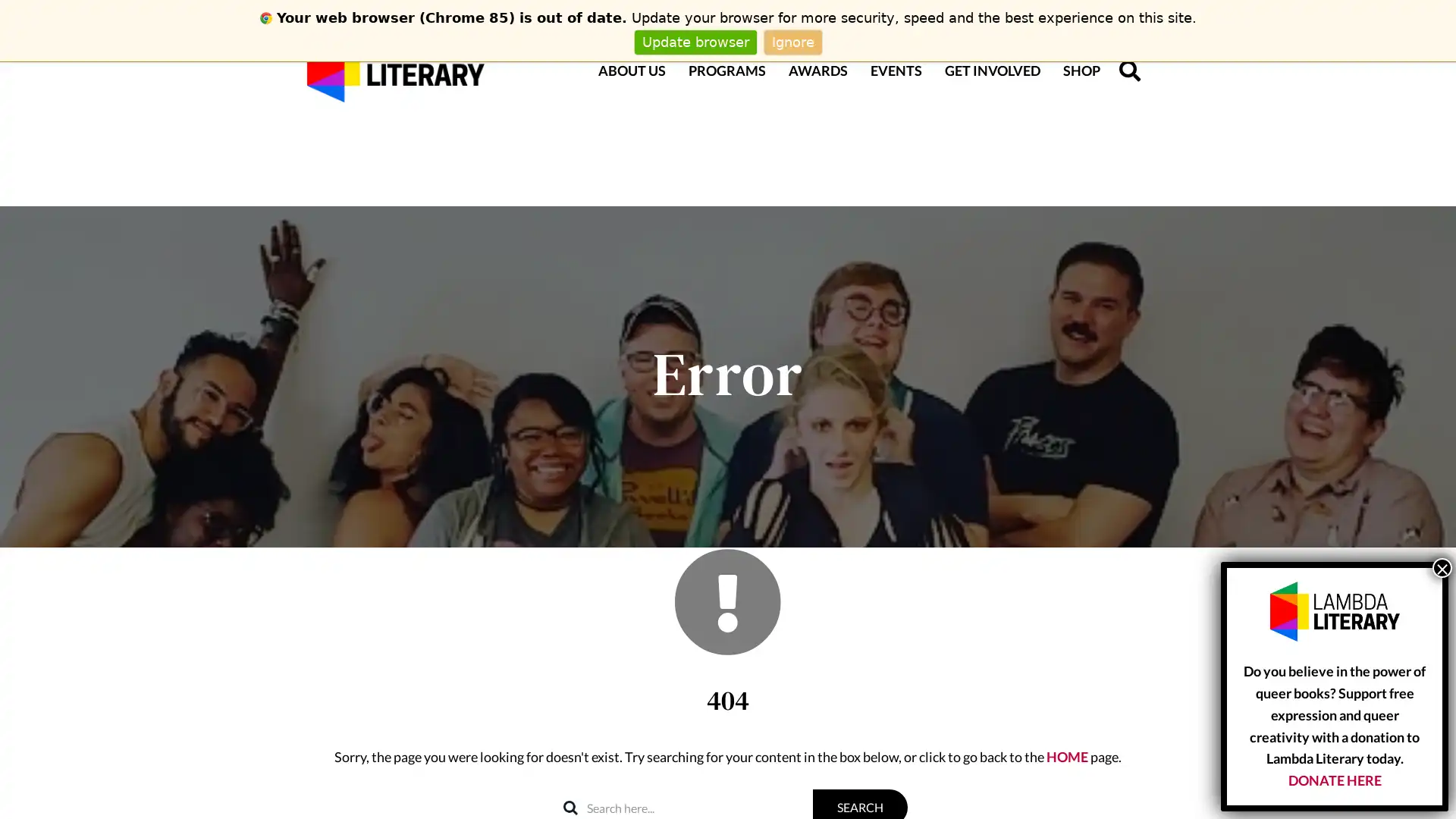 This screenshot has width=1456, height=819. What do you see at coordinates (1441, 567) in the screenshot?
I see `Close` at bounding box center [1441, 567].